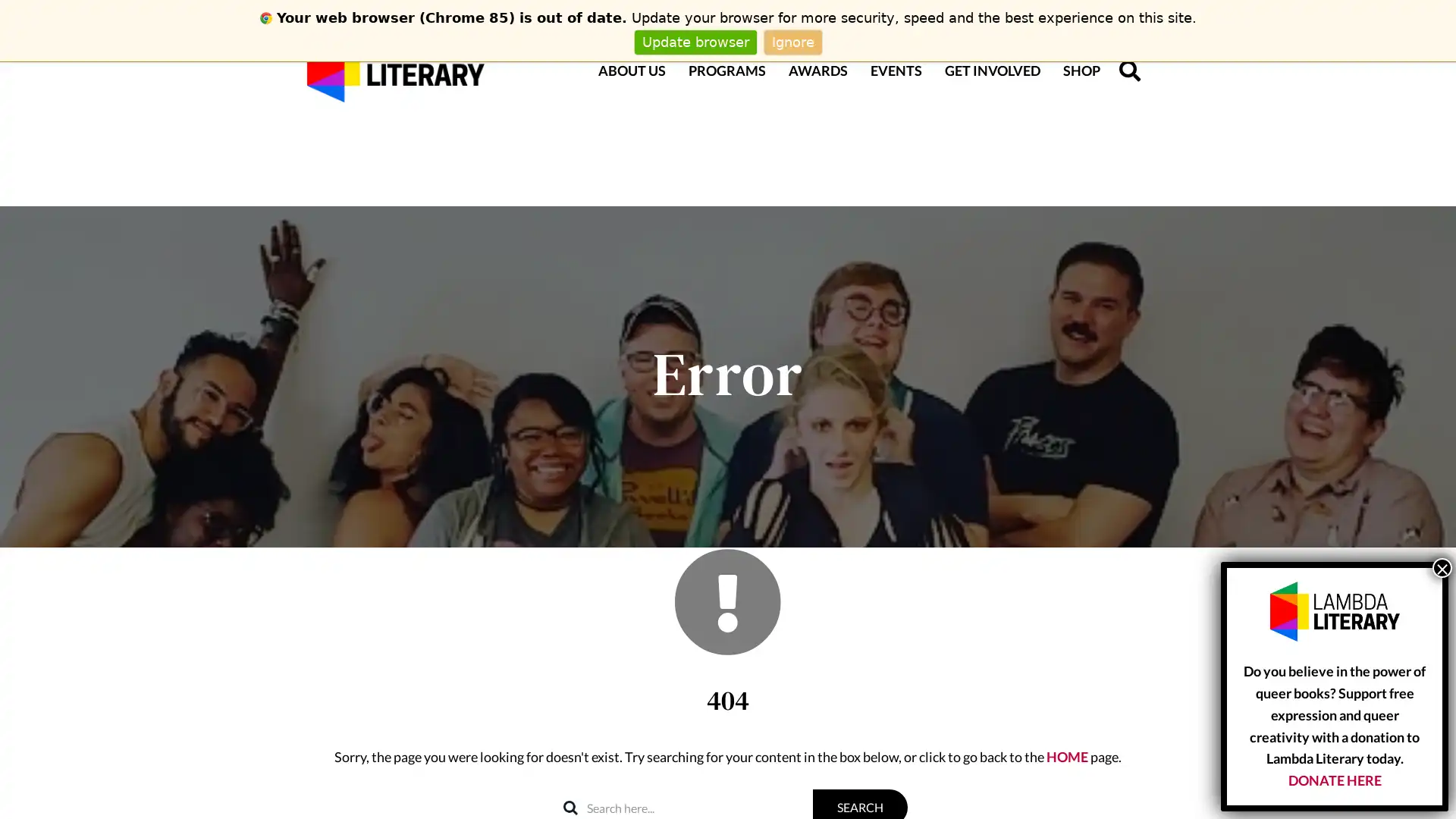 This screenshot has width=1456, height=819. What do you see at coordinates (1441, 567) in the screenshot?
I see `Close` at bounding box center [1441, 567].